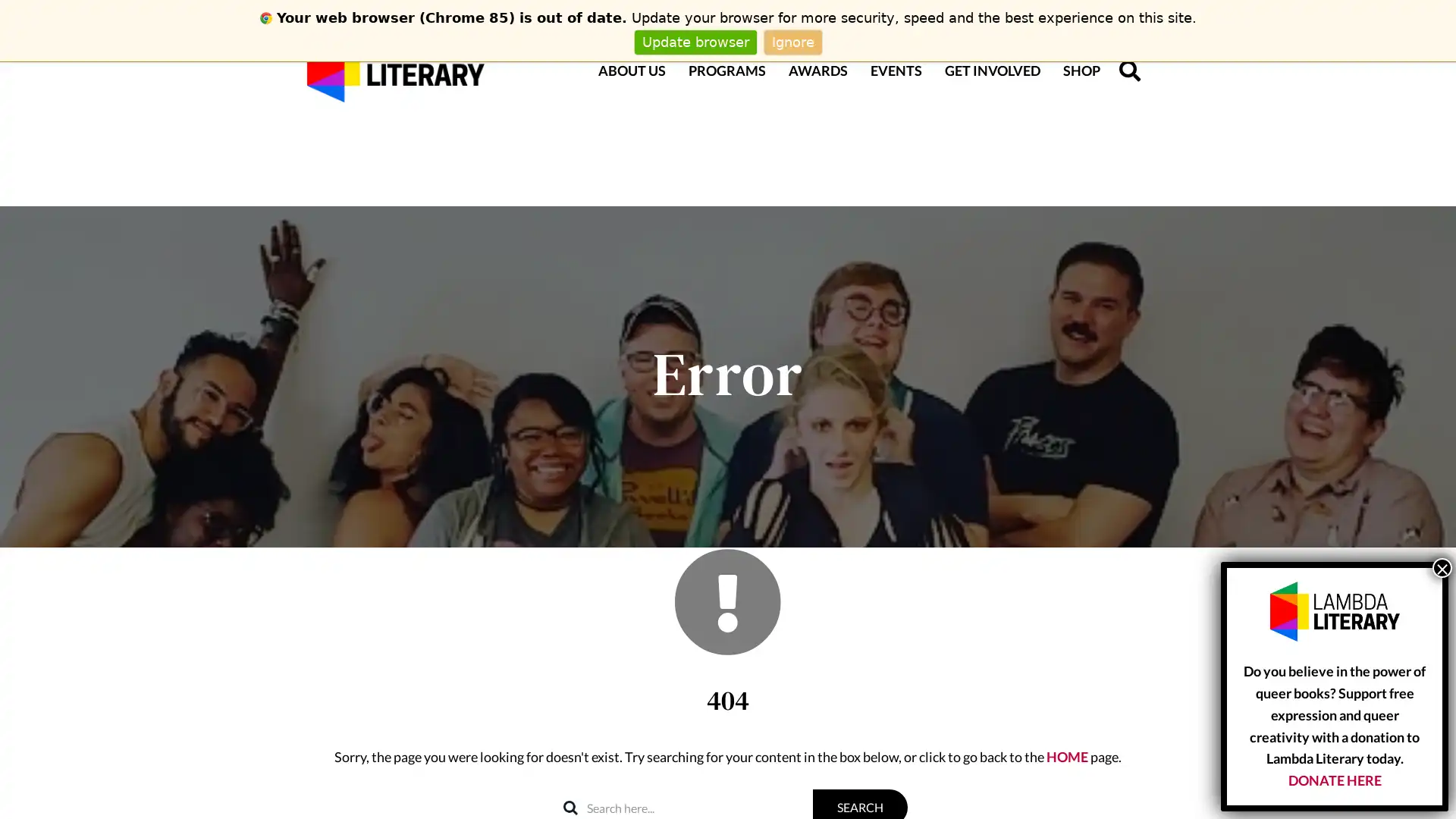 This screenshot has width=1456, height=819. What do you see at coordinates (1441, 567) in the screenshot?
I see `Close` at bounding box center [1441, 567].